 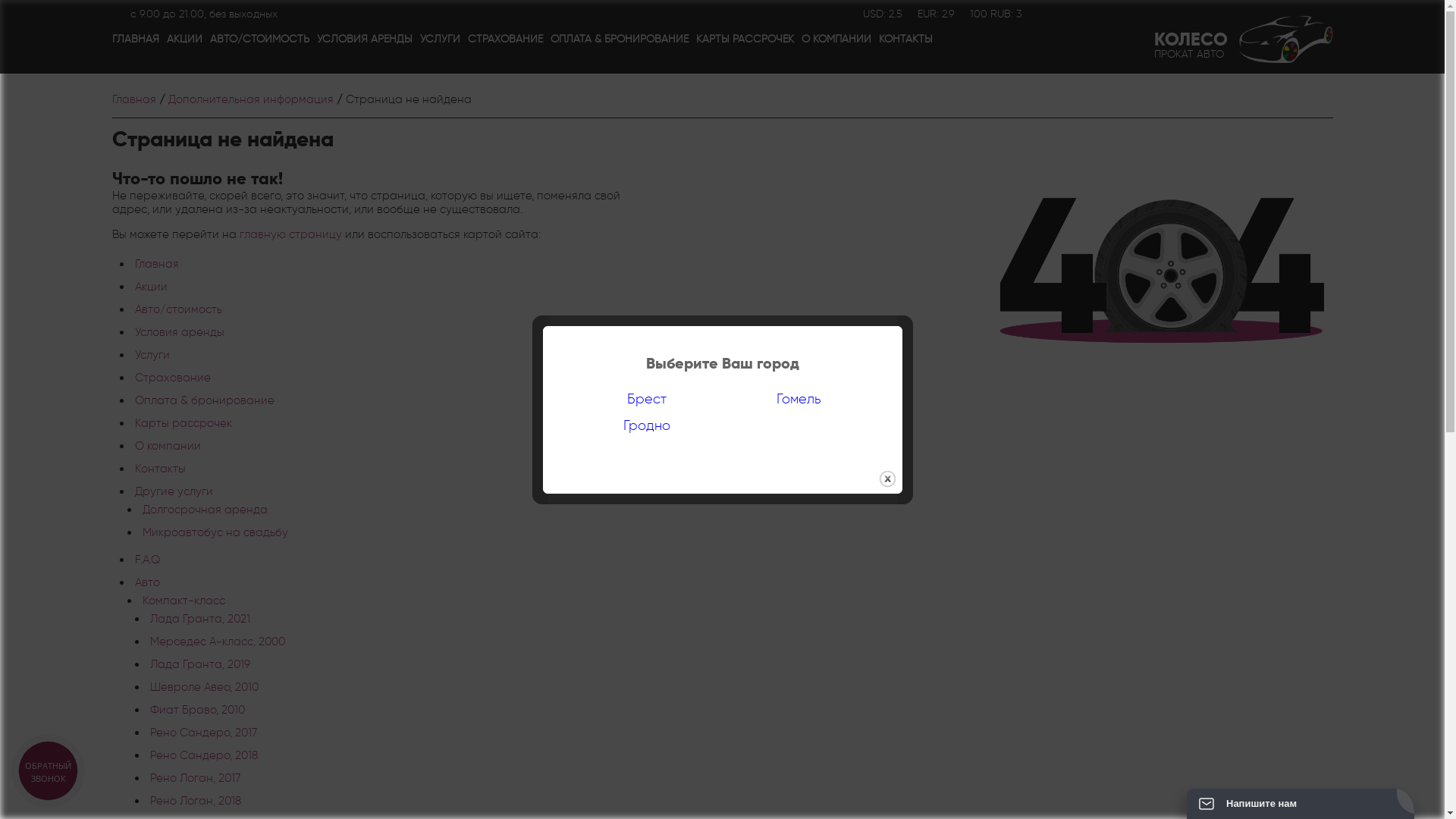 I want to click on 'F.A.Q', so click(x=134, y=559).